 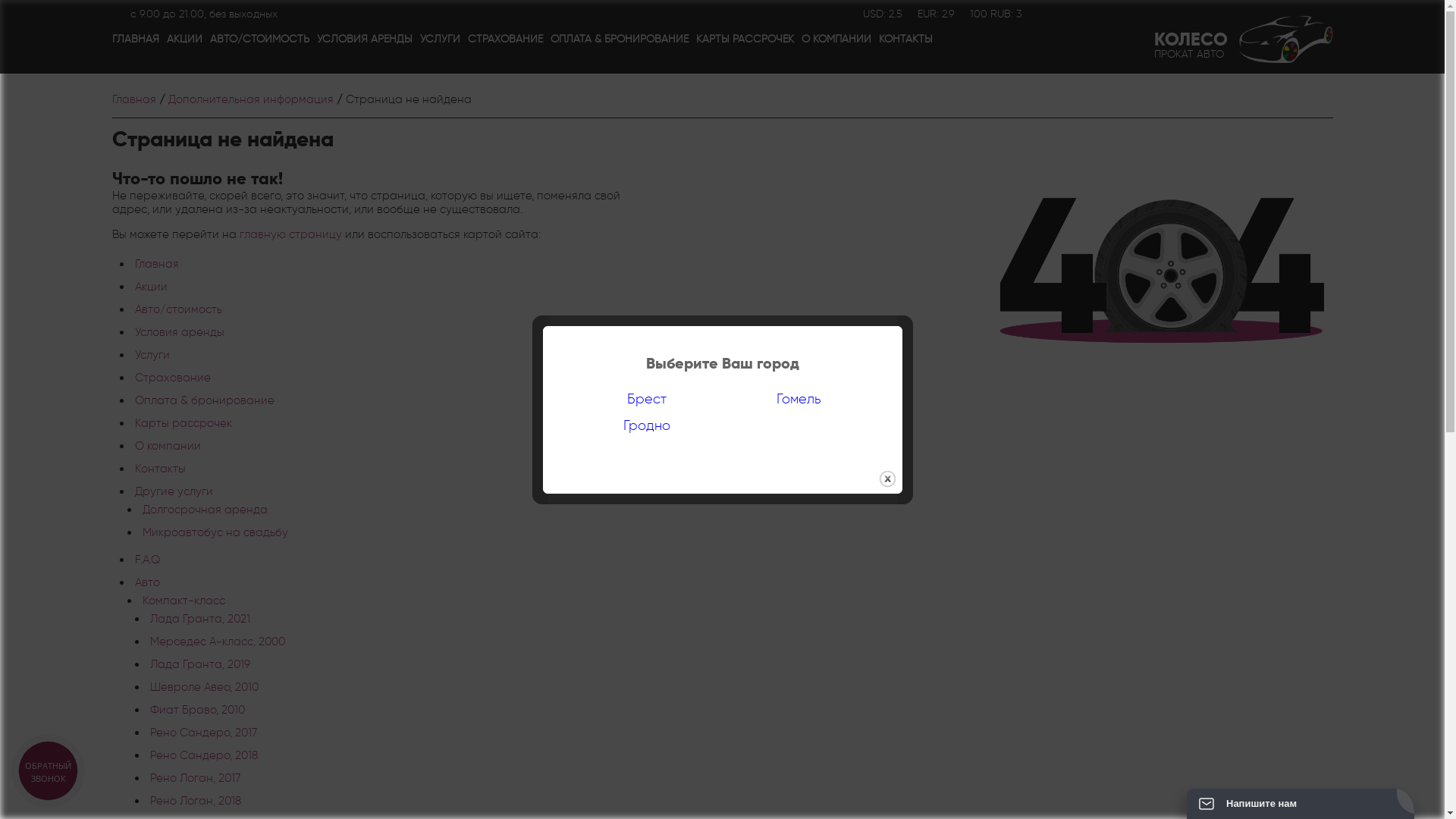 I want to click on 'F.A.Q', so click(x=134, y=559).